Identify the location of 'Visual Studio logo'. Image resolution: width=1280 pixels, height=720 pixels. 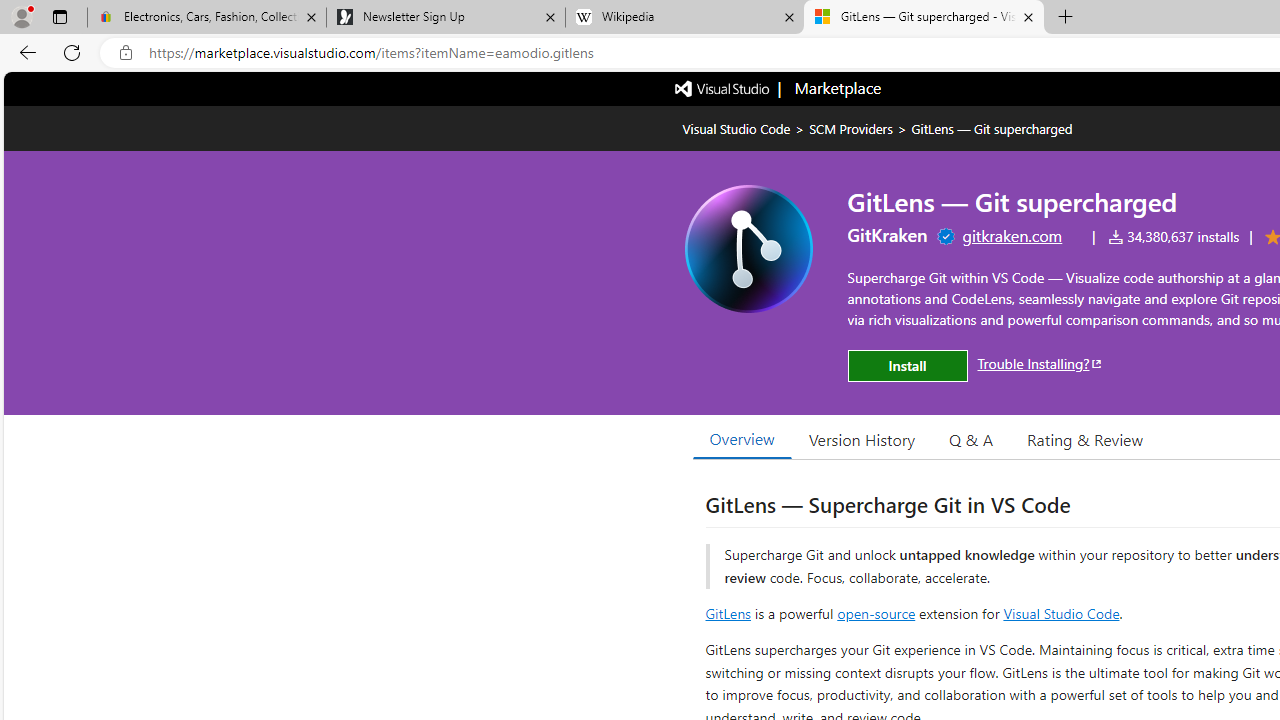
(722, 86).